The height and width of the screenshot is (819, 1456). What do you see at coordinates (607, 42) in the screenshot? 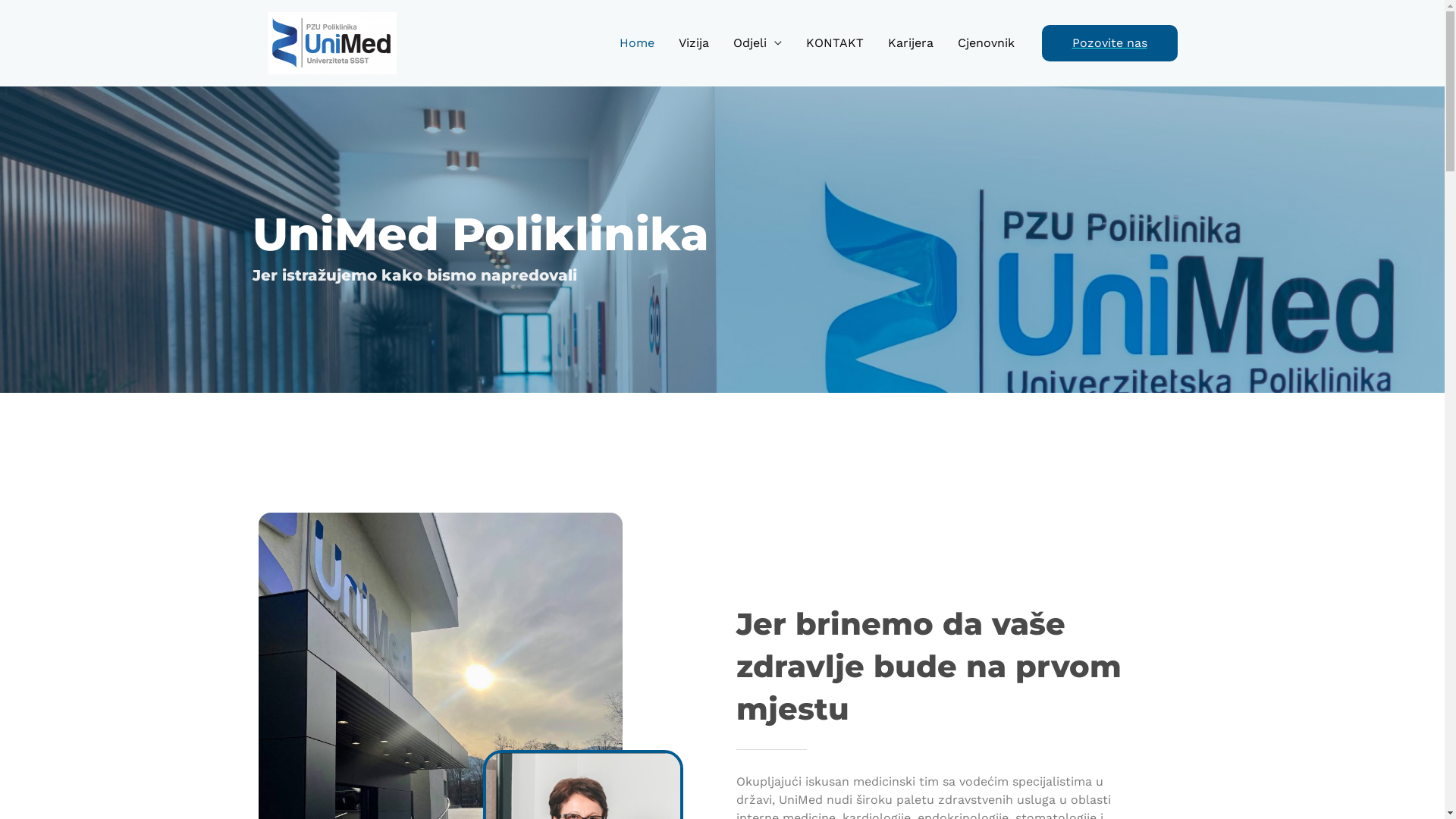
I see `'Home'` at bounding box center [607, 42].